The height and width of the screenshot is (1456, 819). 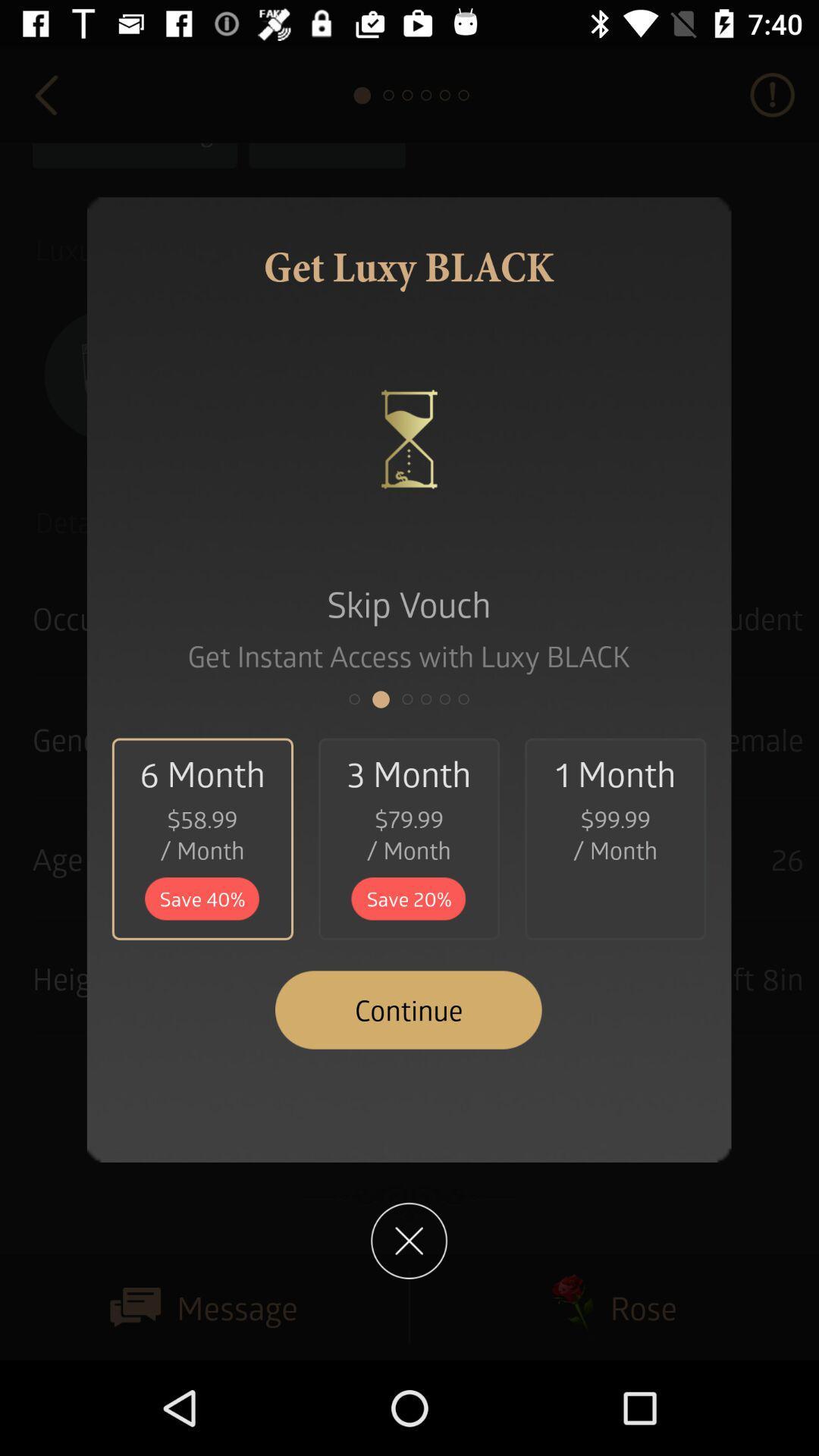 I want to click on the window, so click(x=408, y=1241).